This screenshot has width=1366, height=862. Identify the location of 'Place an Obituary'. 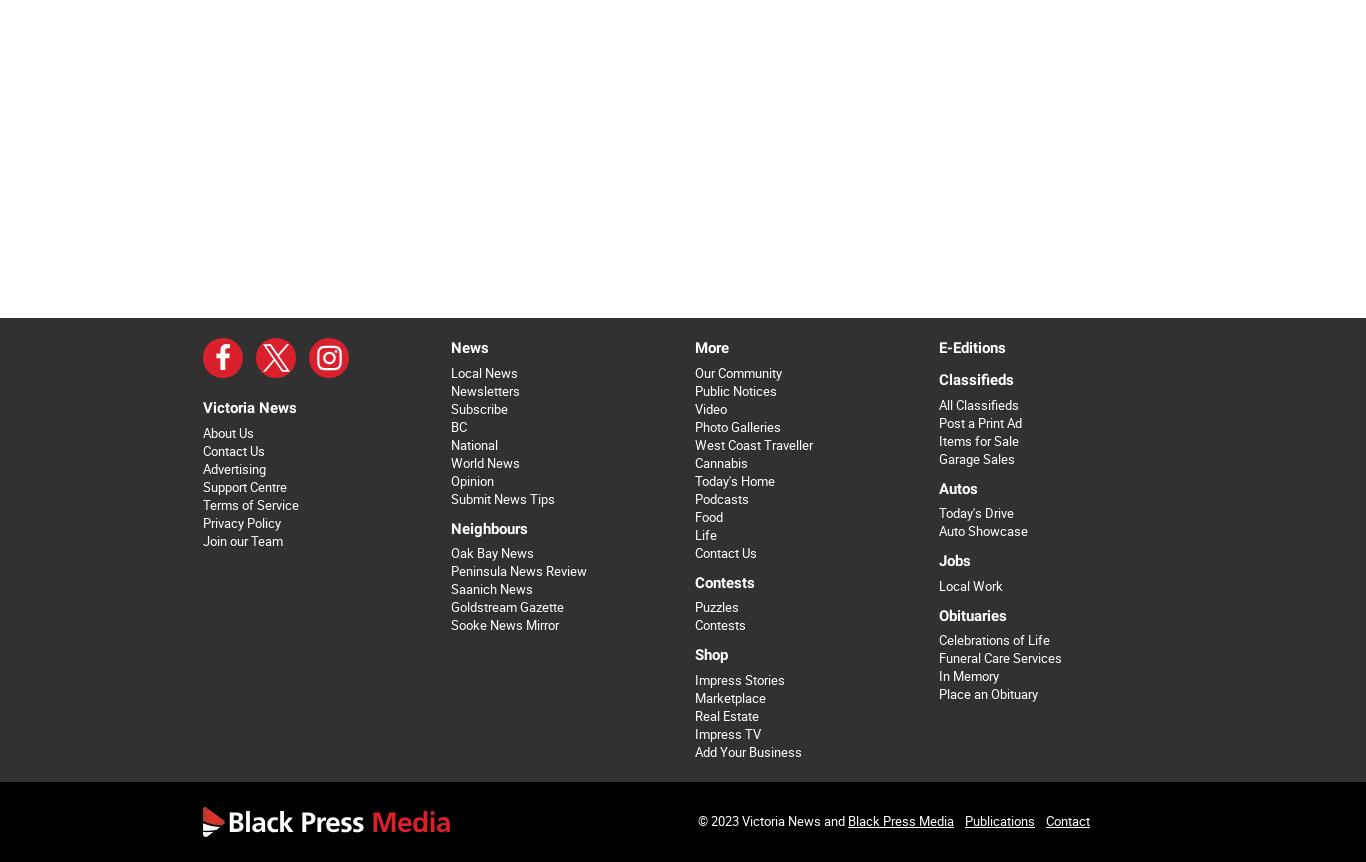
(987, 693).